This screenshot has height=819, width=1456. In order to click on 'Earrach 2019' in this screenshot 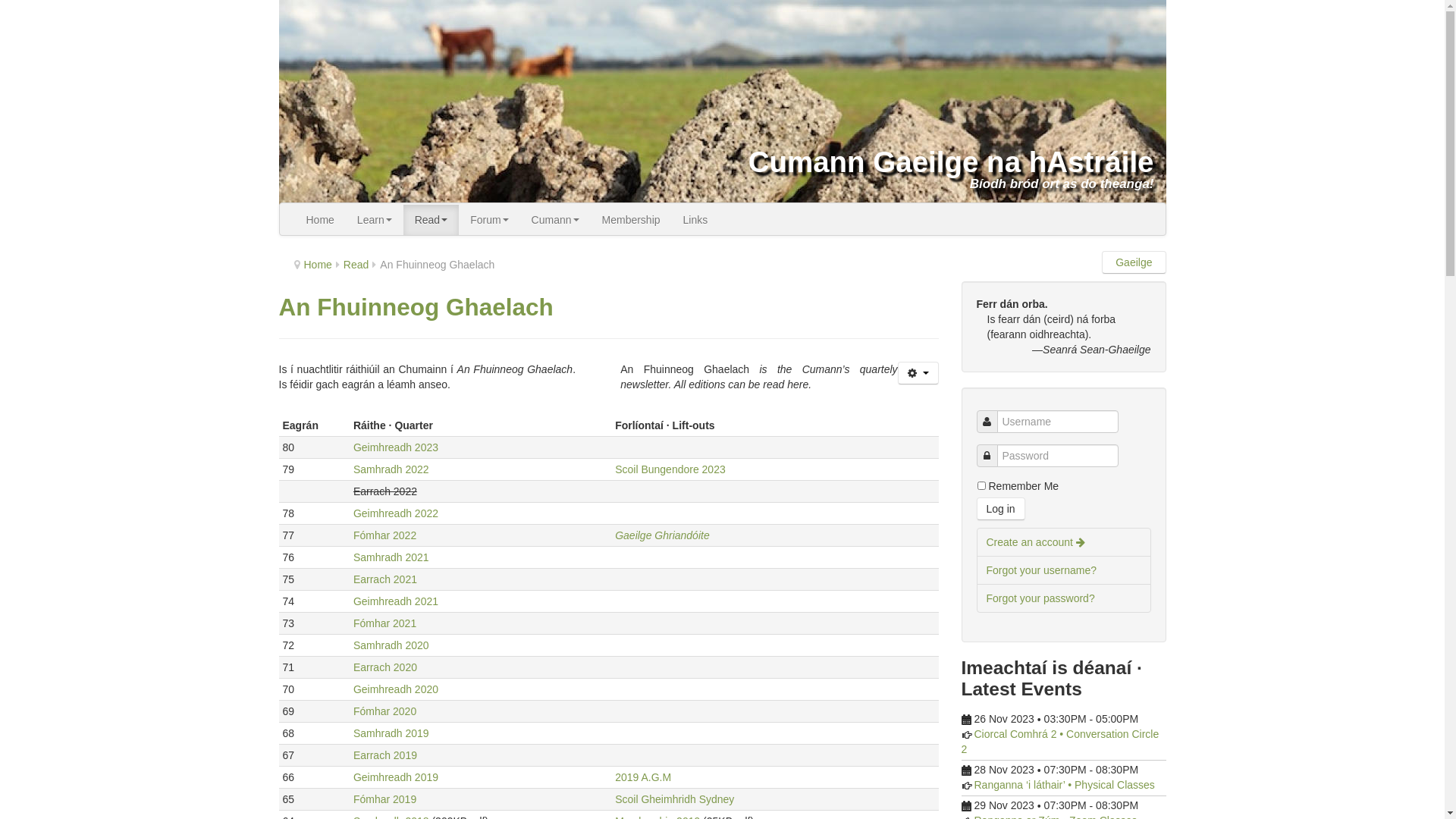, I will do `click(385, 755)`.